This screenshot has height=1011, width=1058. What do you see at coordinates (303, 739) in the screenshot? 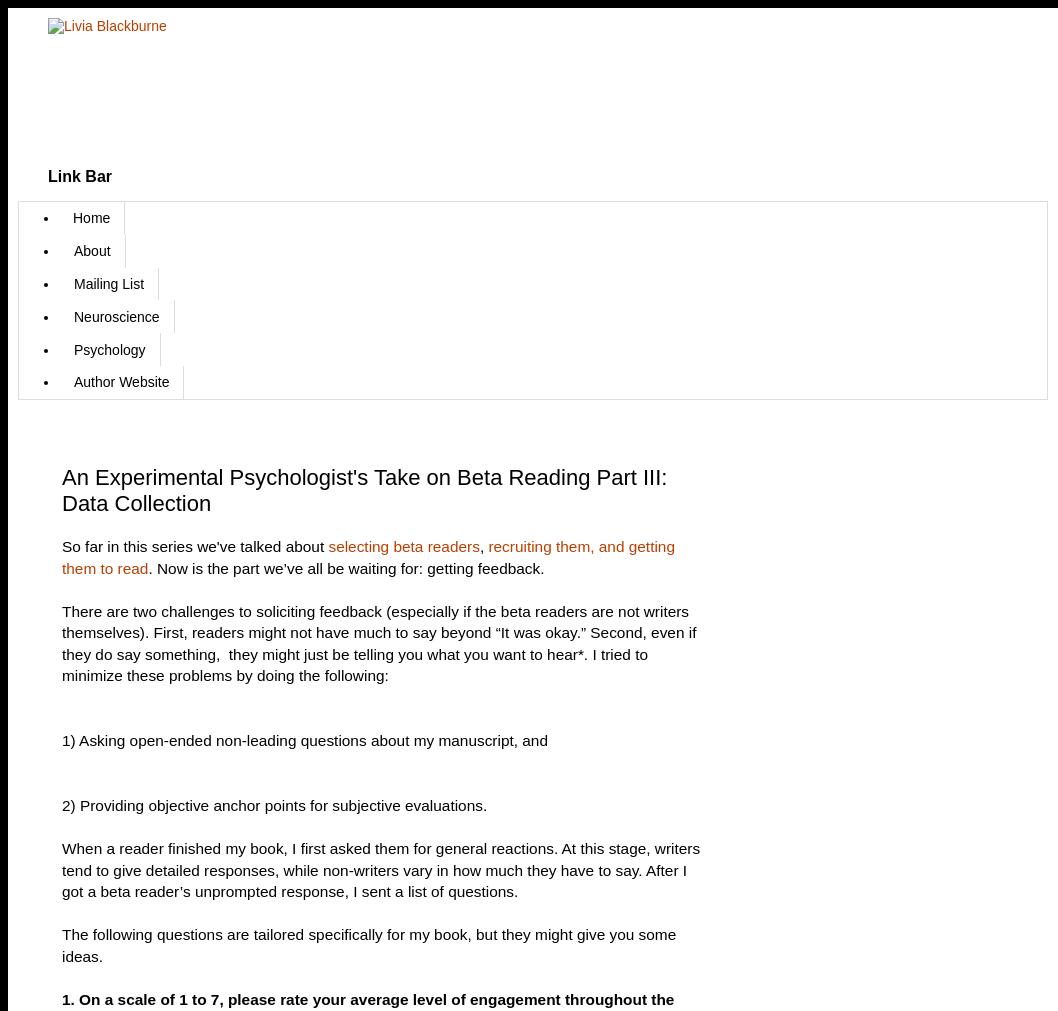
I see `'1) Asking open-ended non-leading questions about my manuscript, and'` at bounding box center [303, 739].